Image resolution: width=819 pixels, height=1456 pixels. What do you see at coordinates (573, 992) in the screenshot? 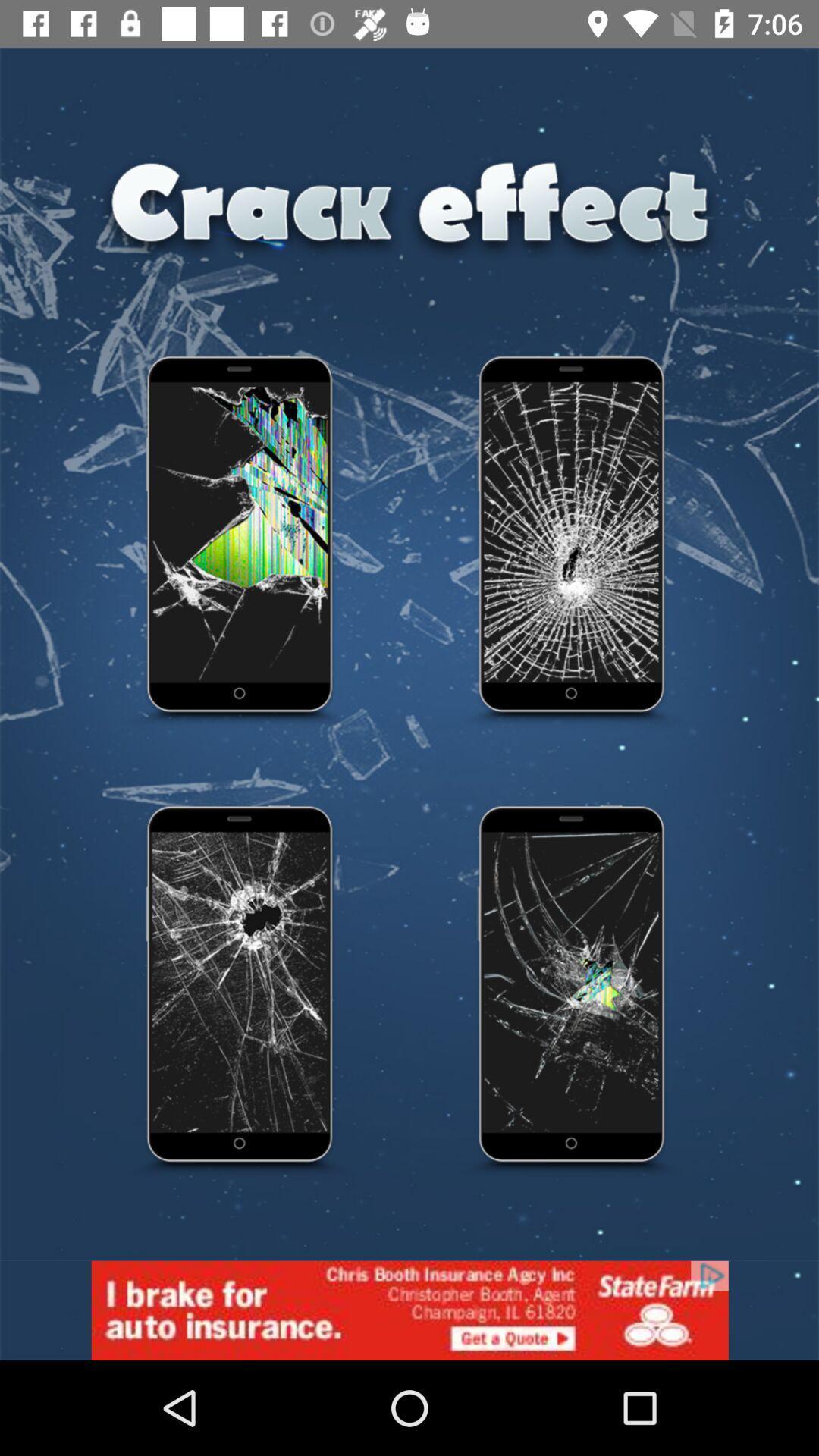
I see `it` at bounding box center [573, 992].